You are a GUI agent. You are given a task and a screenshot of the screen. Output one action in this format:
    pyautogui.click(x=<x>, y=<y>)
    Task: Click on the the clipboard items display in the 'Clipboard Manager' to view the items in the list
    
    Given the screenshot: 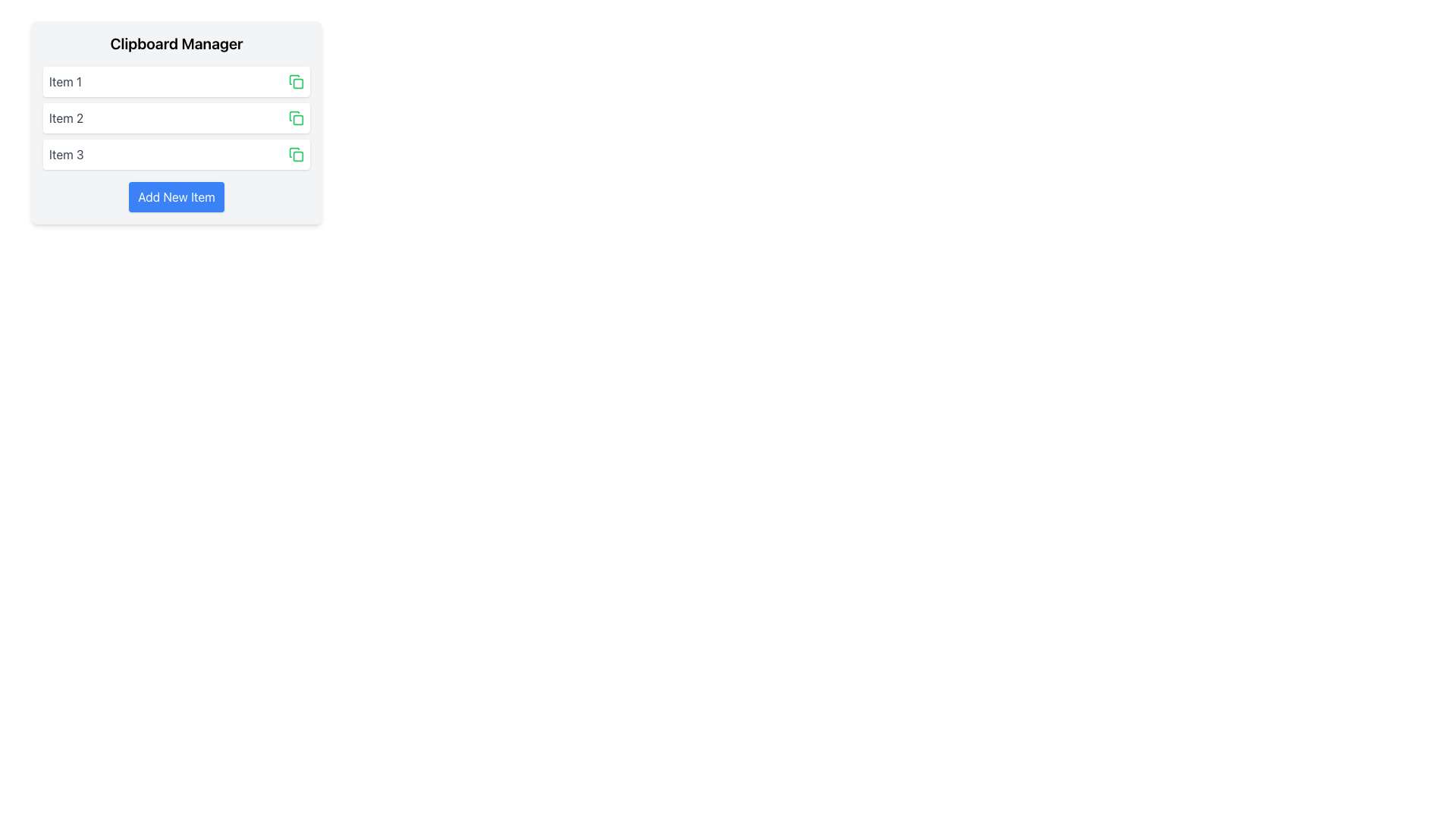 What is the action you would take?
    pyautogui.click(x=177, y=117)
    